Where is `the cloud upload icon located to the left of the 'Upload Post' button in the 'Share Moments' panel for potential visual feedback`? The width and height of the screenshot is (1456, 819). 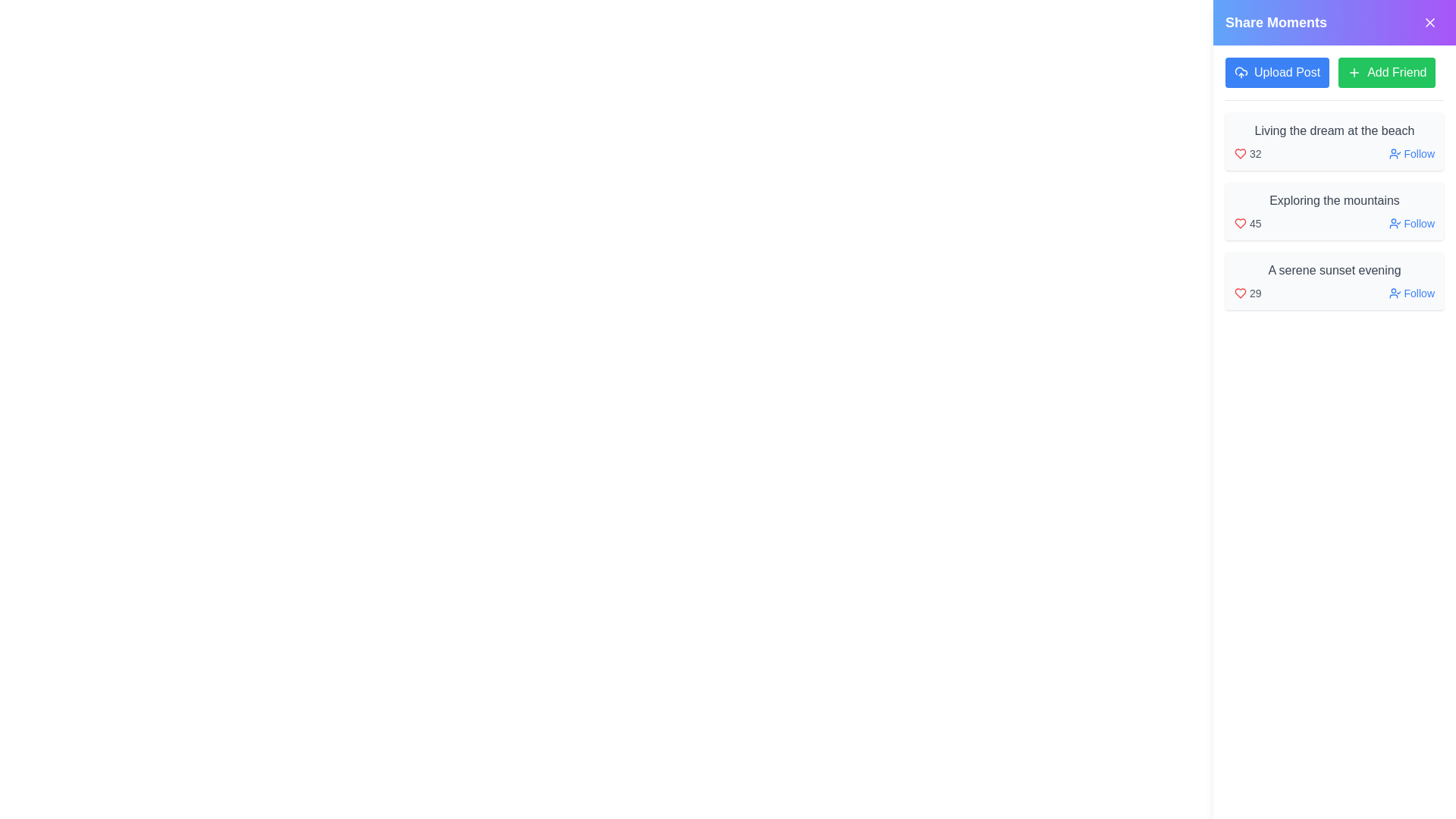
the cloud upload icon located to the left of the 'Upload Post' button in the 'Share Moments' panel for potential visual feedback is located at coordinates (1241, 73).